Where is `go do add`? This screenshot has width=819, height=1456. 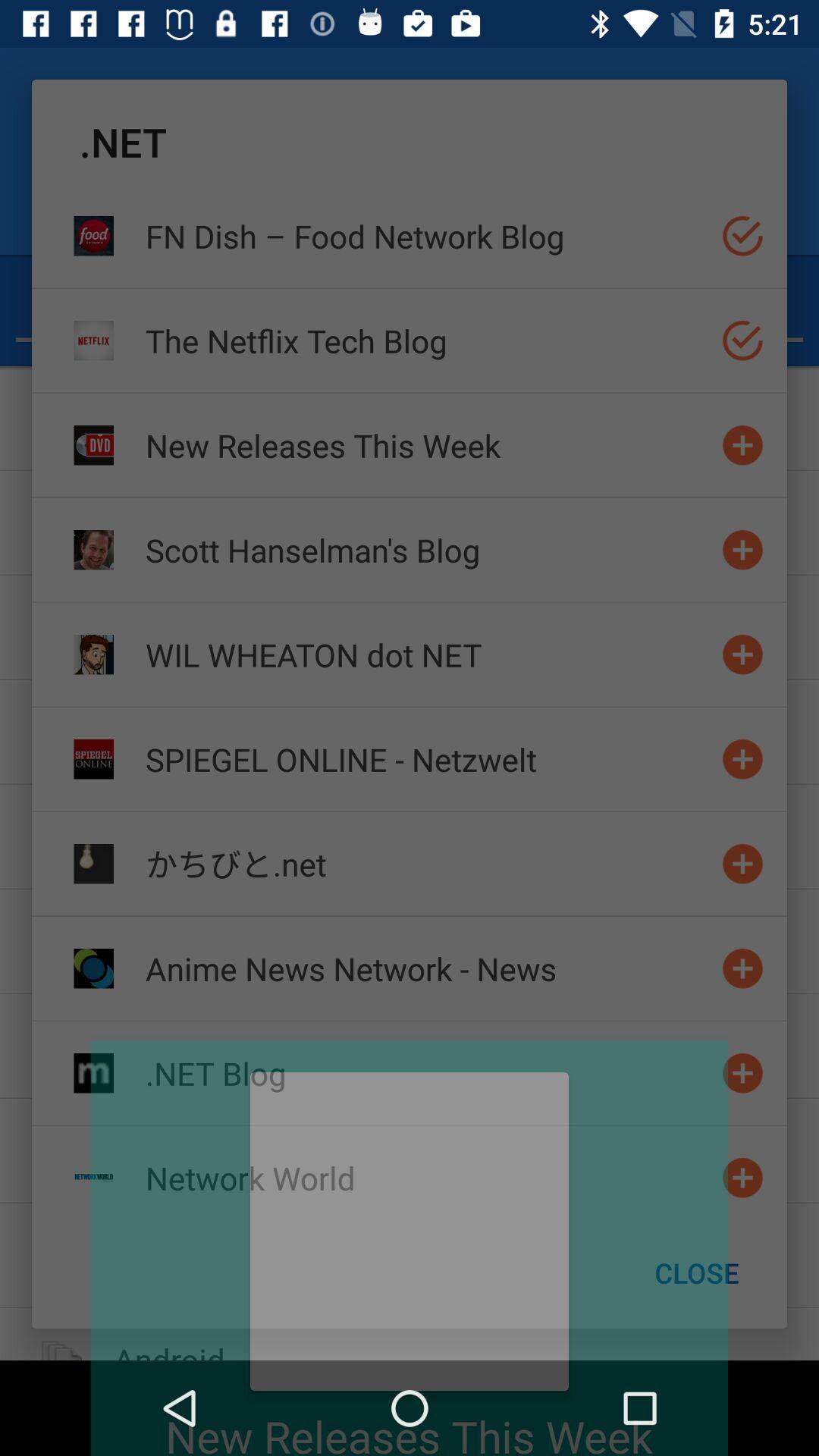 go do add is located at coordinates (742, 549).